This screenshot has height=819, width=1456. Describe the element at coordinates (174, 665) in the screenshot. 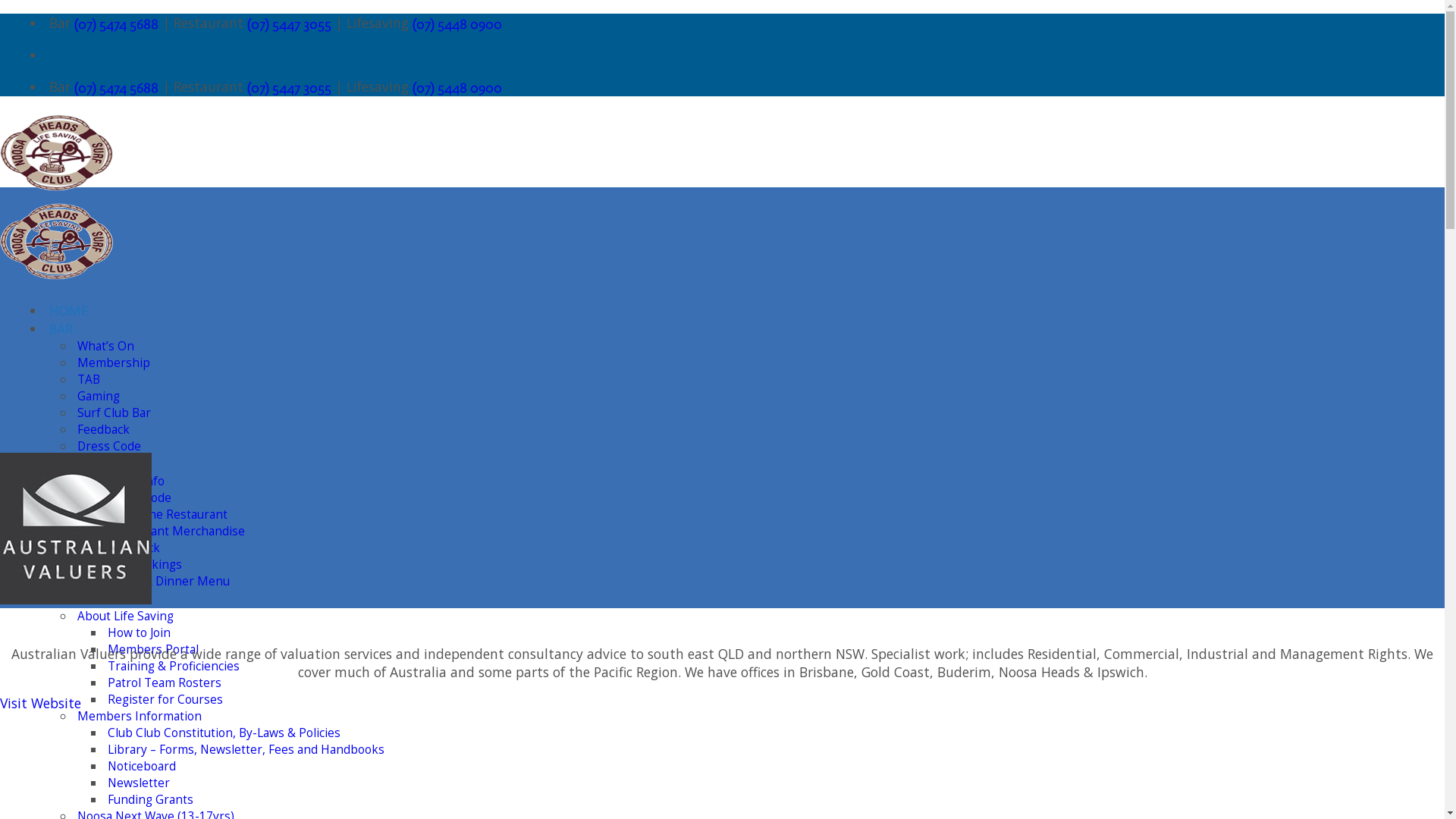

I see `'Training & Proficiencies'` at that location.